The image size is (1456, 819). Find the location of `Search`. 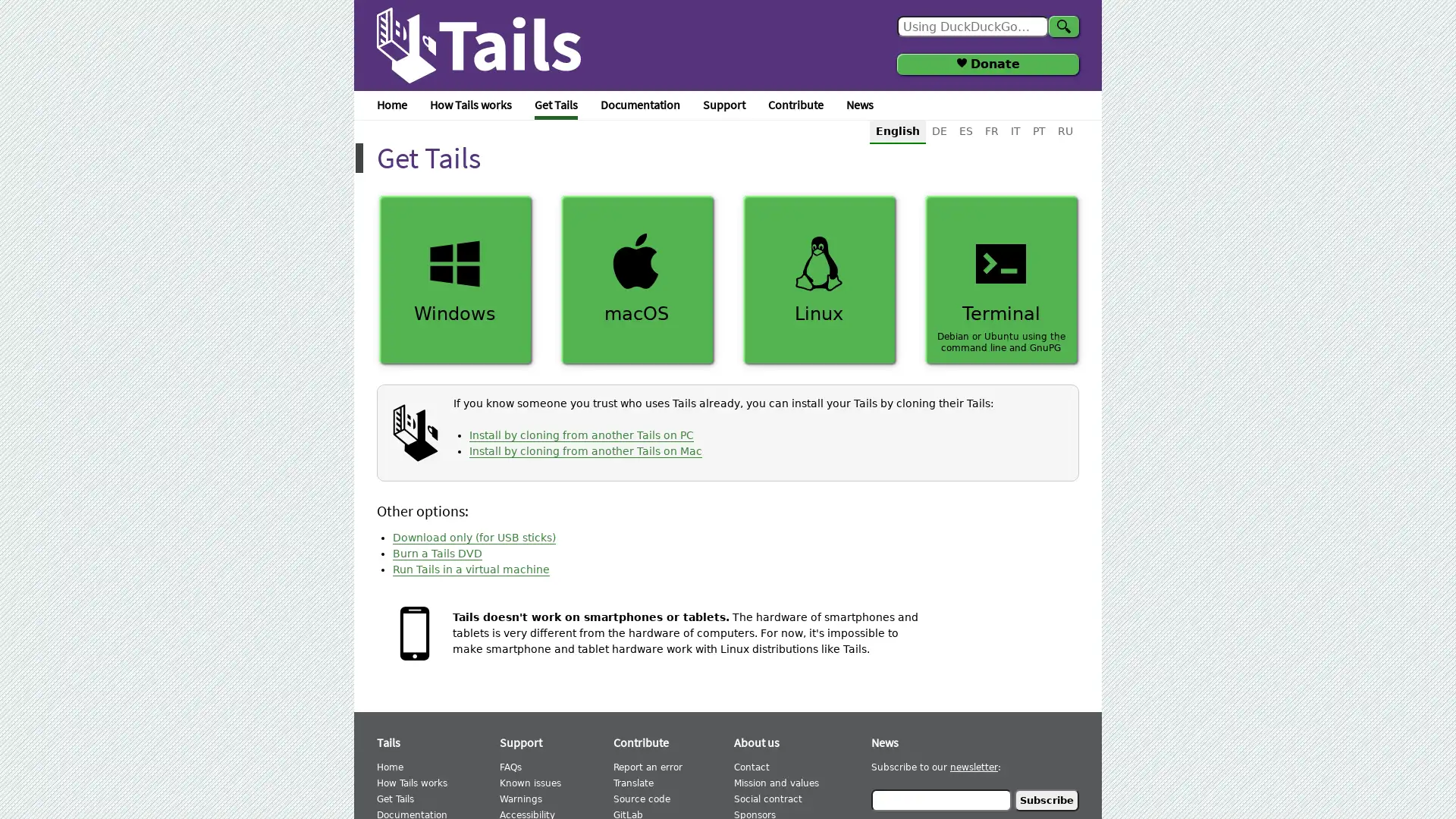

Search is located at coordinates (1062, 26).